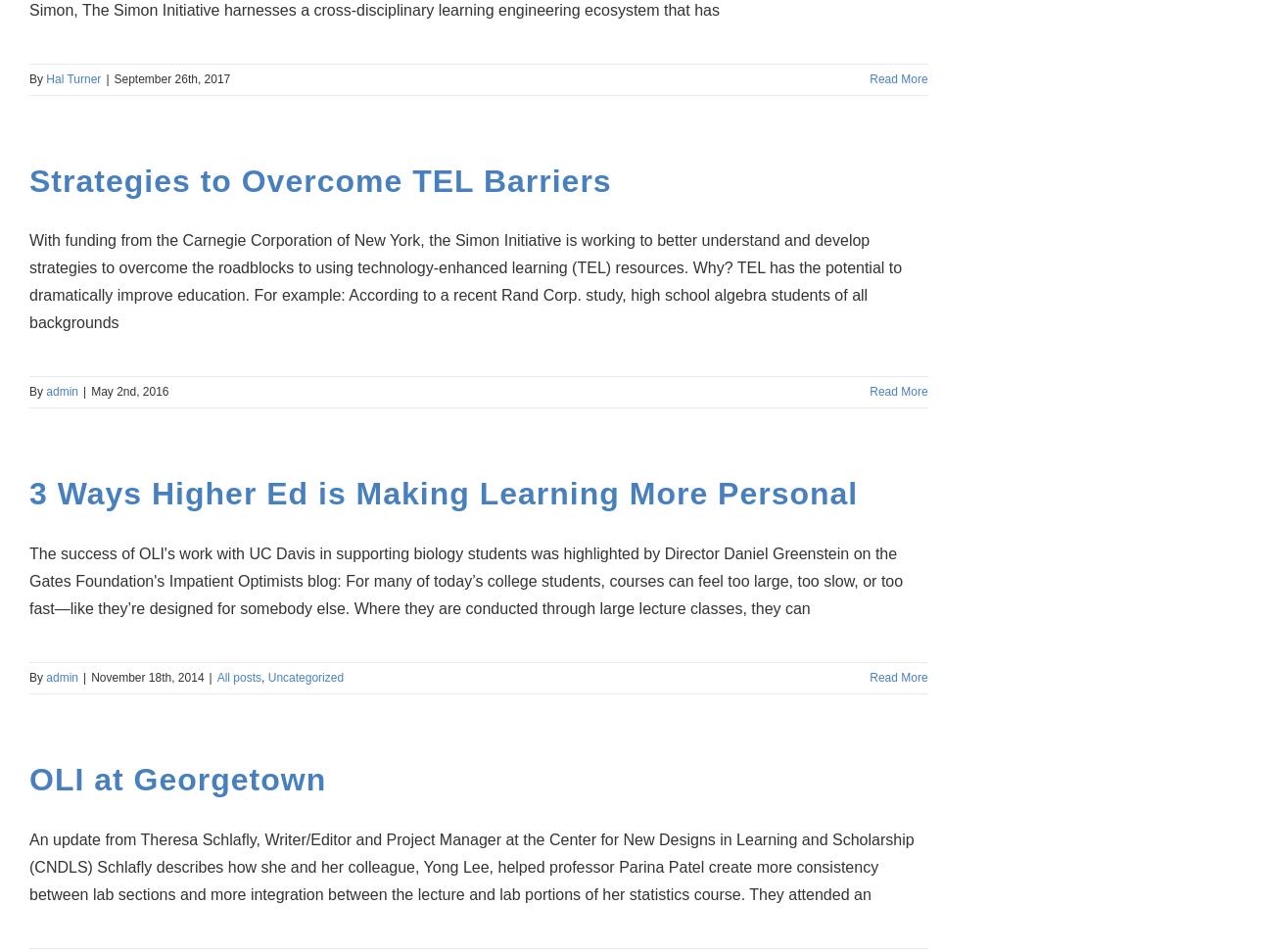  I want to click on 'May 2nd, 2016', so click(128, 391).